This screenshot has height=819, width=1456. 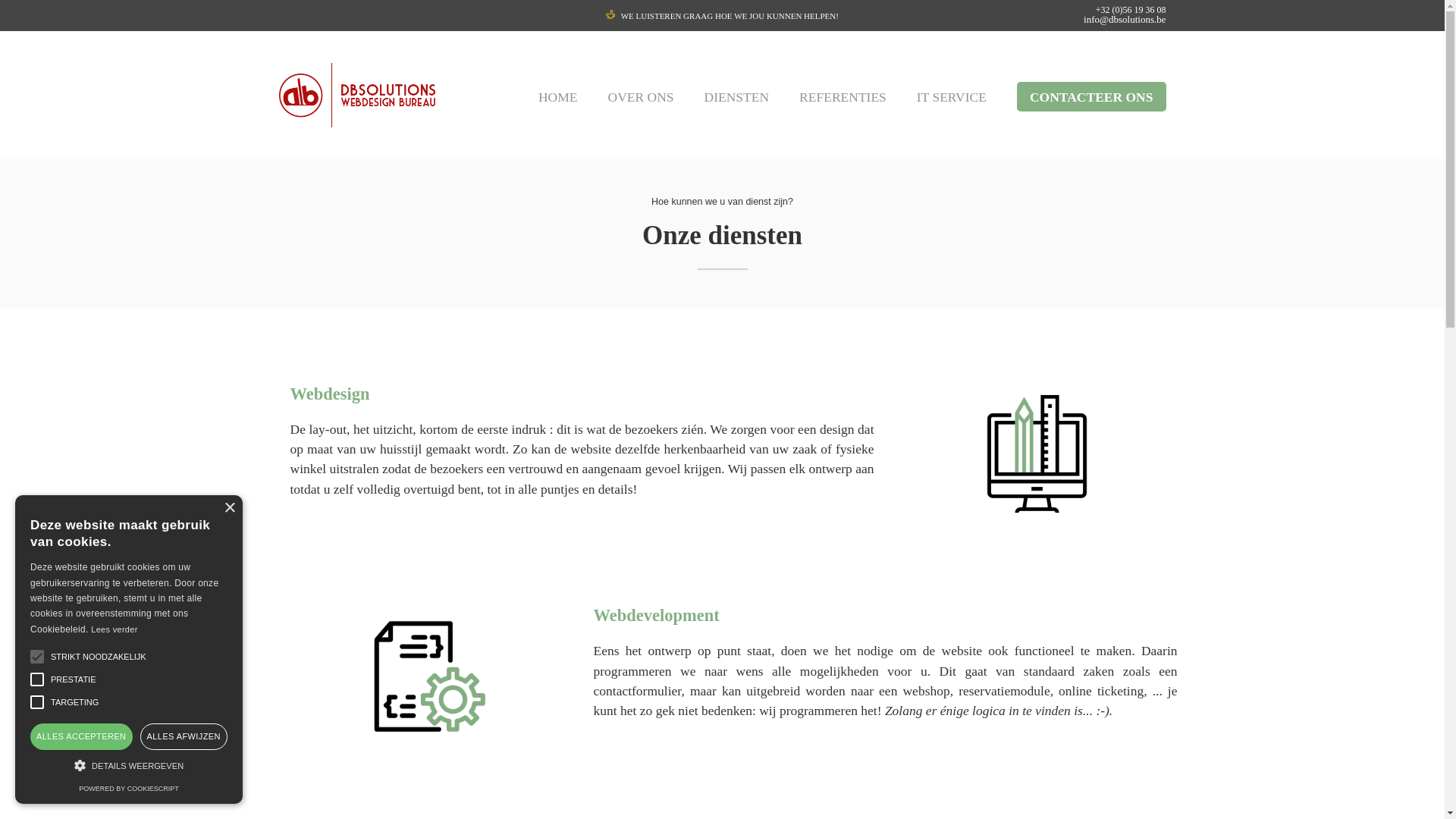 What do you see at coordinates (1131, 9) in the screenshot?
I see `'+32 (0)56 19 36 08'` at bounding box center [1131, 9].